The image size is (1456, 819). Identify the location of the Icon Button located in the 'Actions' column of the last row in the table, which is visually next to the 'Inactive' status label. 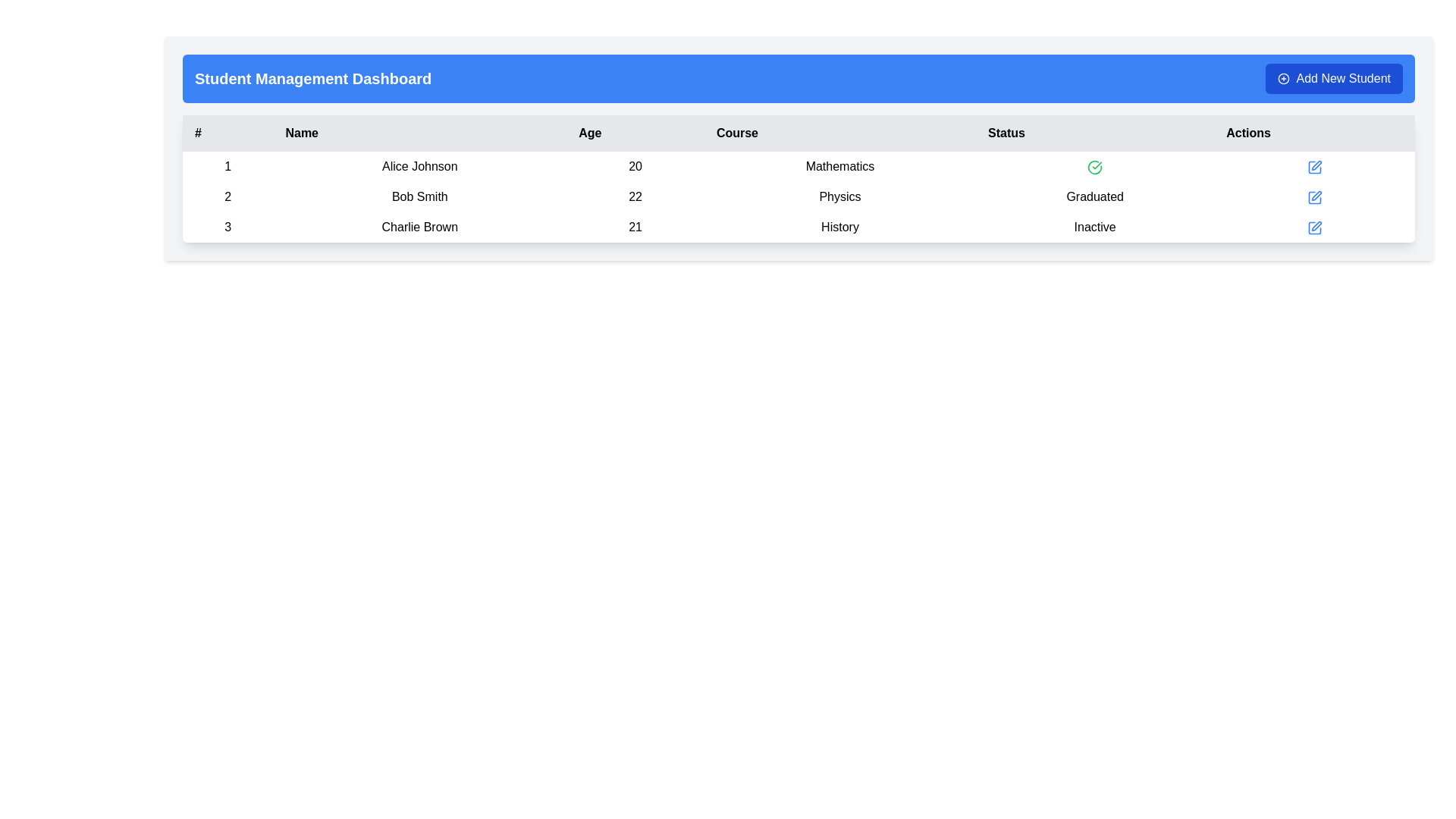
(1313, 227).